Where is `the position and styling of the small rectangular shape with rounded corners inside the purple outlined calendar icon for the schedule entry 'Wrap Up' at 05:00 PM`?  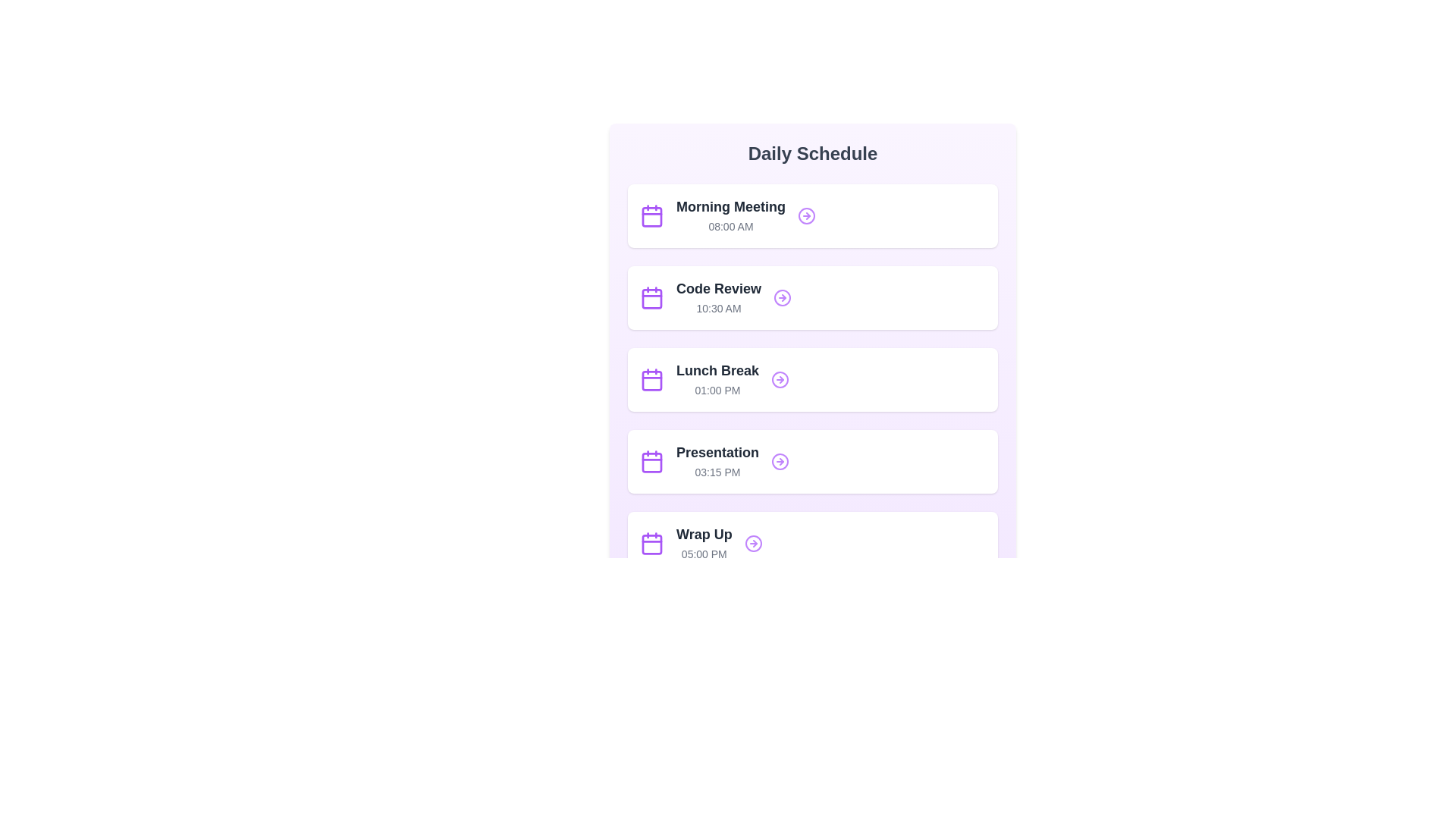
the position and styling of the small rectangular shape with rounded corners inside the purple outlined calendar icon for the schedule entry 'Wrap Up' at 05:00 PM is located at coordinates (651, 543).